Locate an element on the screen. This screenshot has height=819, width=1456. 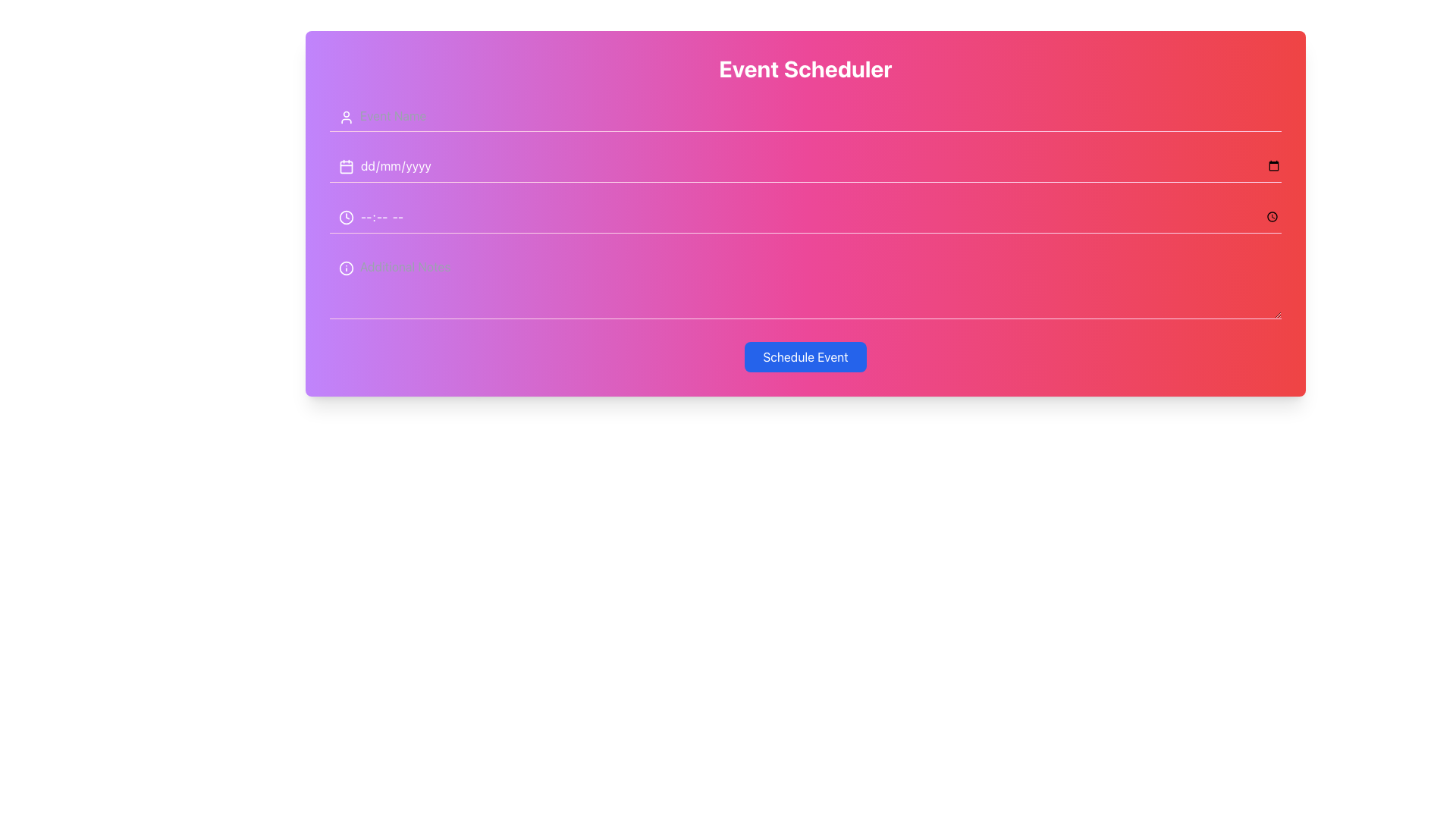
the scheduling button located at the bottom center of the form interface to observe its hover state is located at coordinates (805, 356).